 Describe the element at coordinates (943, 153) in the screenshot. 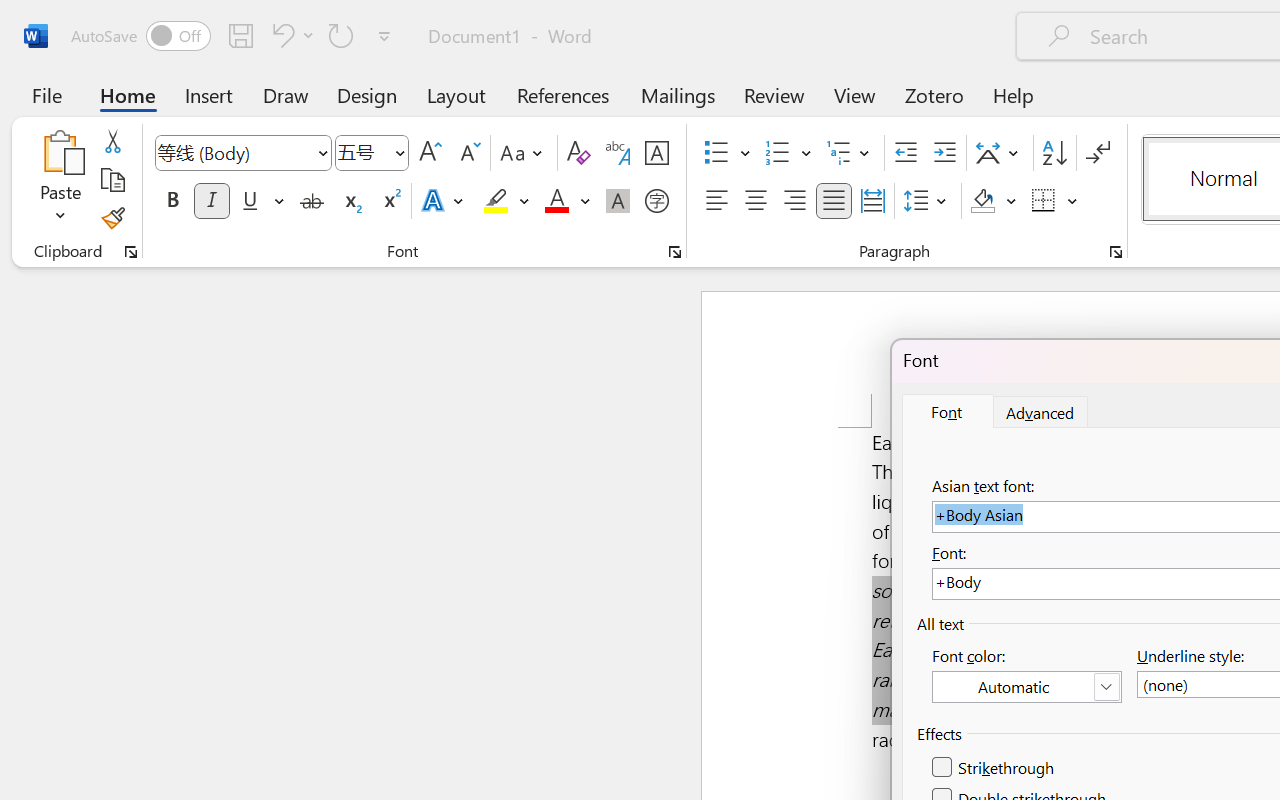

I see `'Increase Indent'` at that location.